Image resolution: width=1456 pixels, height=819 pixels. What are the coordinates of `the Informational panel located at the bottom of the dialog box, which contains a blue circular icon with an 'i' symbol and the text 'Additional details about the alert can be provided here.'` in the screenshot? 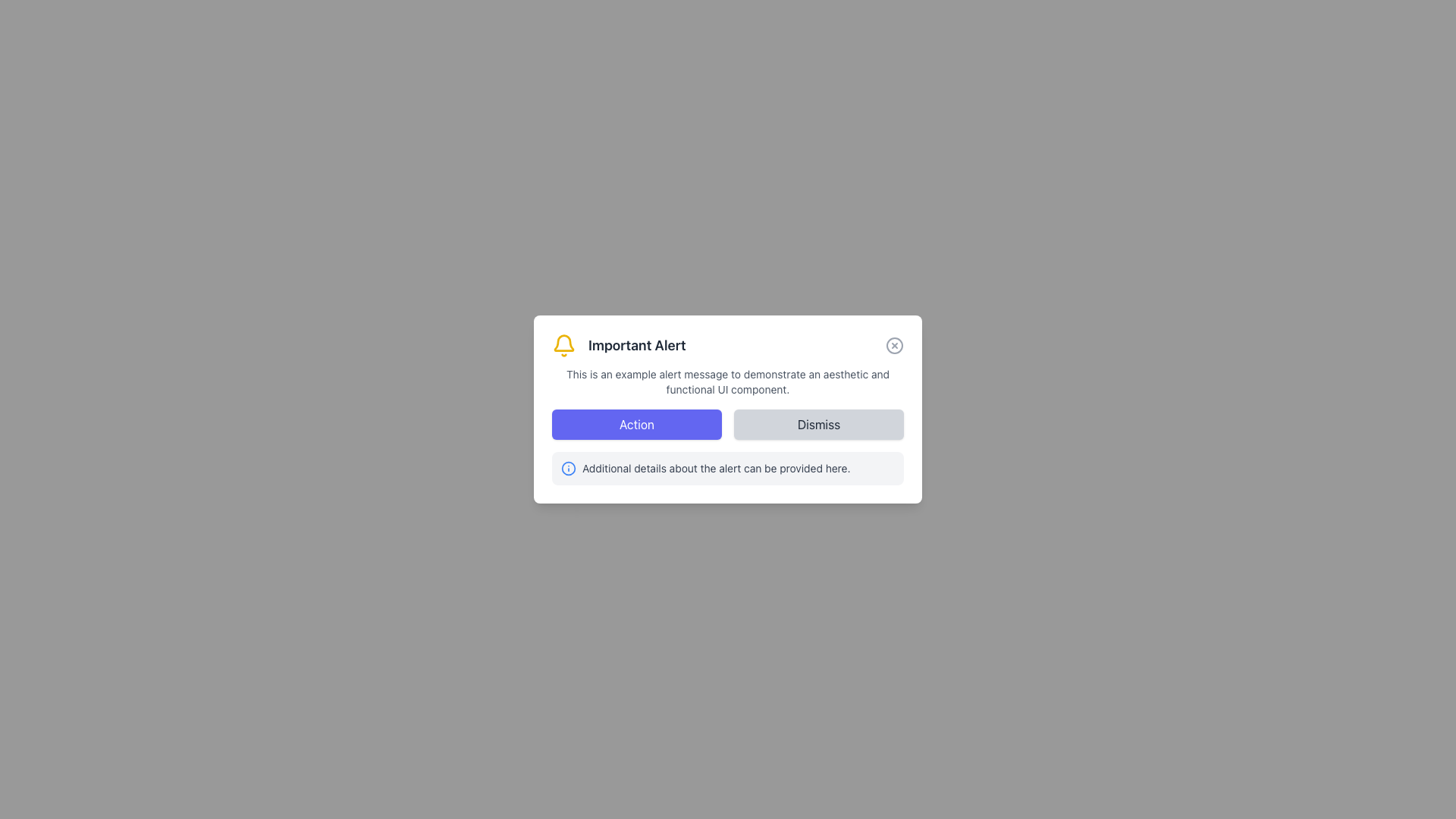 It's located at (728, 467).